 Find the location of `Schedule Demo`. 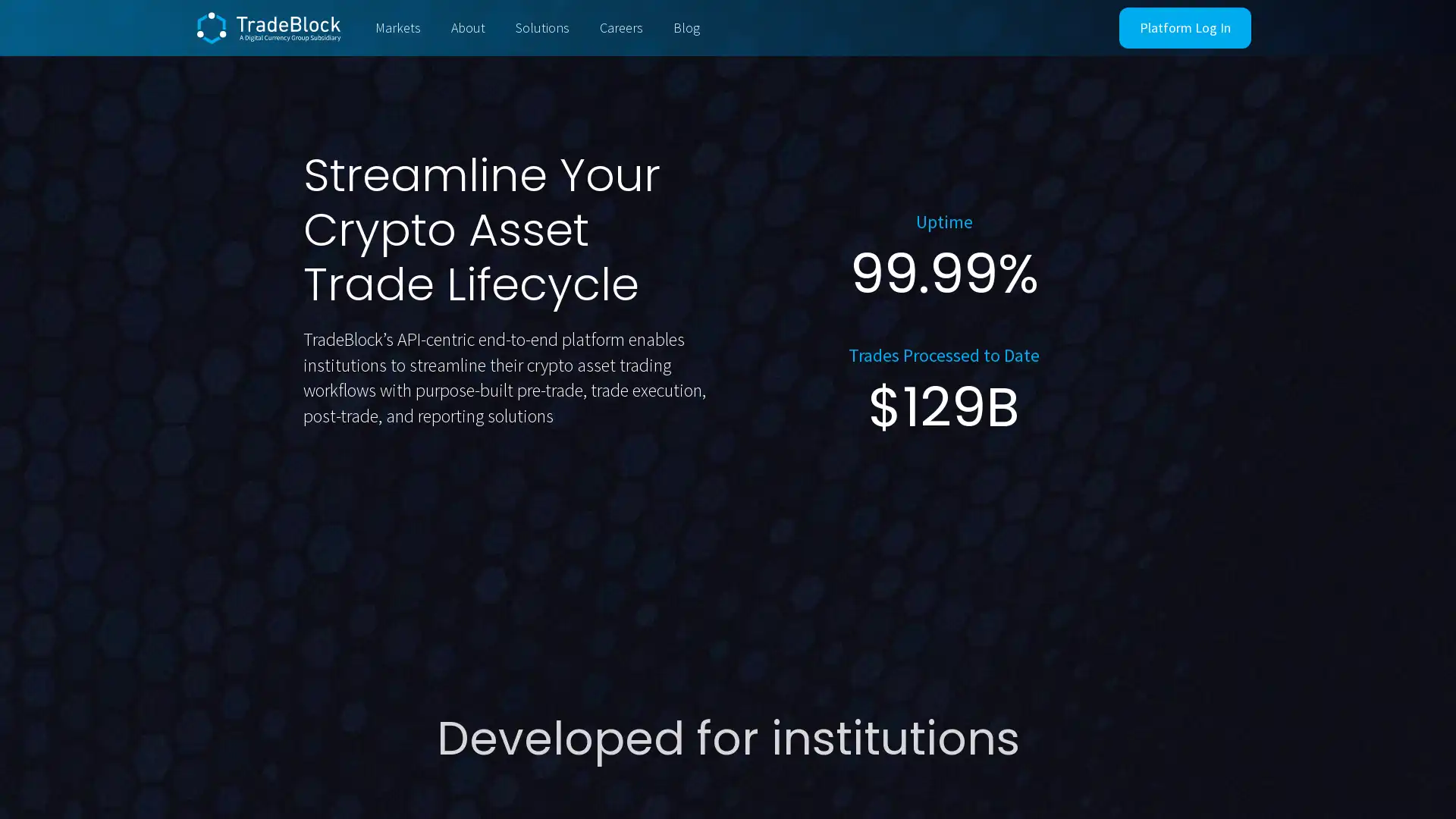

Schedule Demo is located at coordinates (382, 501).